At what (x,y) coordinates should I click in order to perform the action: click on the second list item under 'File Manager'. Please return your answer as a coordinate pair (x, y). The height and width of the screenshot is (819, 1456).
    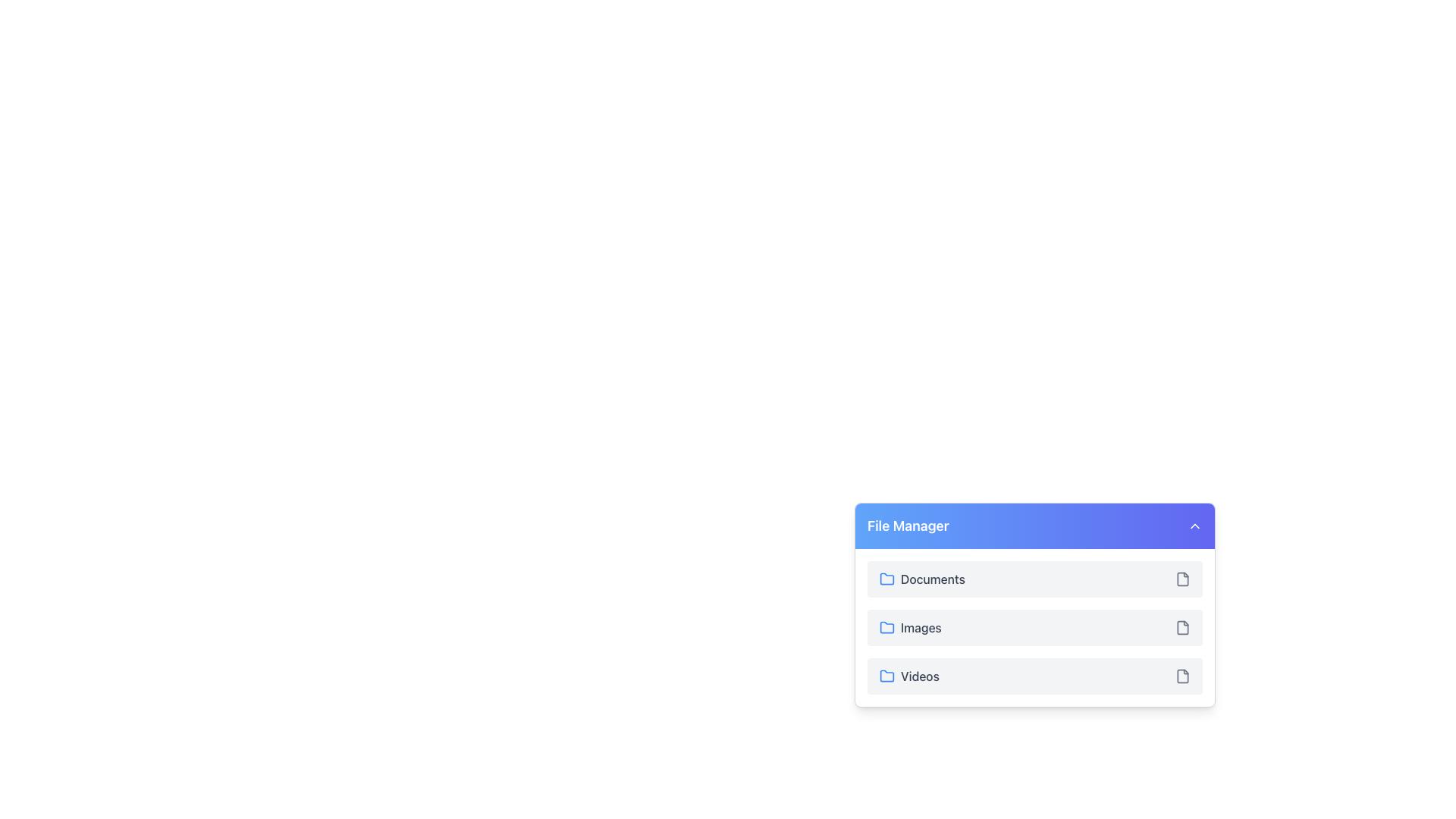
    Looking at the image, I should click on (1034, 640).